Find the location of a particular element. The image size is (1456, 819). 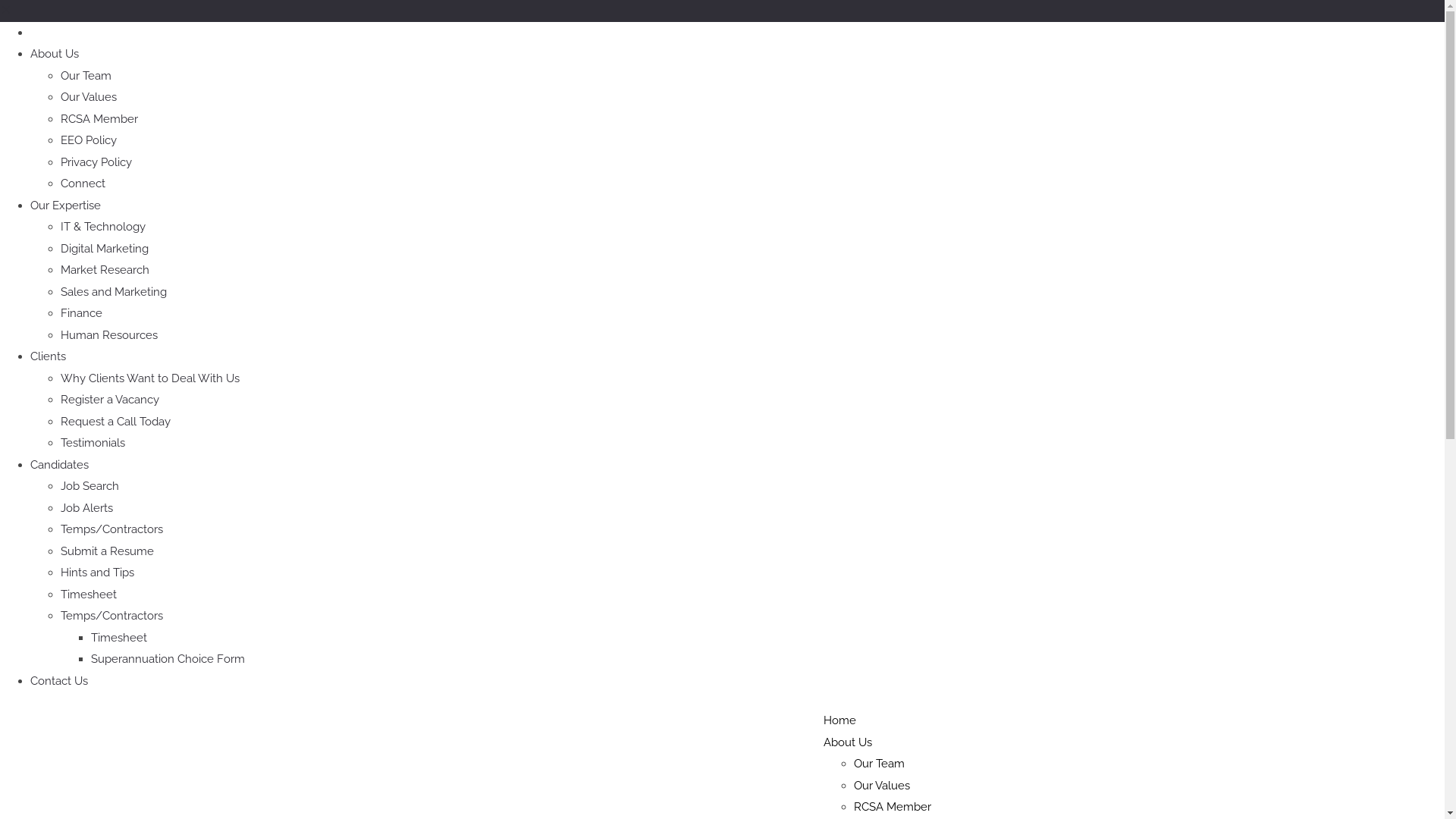

'Finance' is located at coordinates (61, 312).